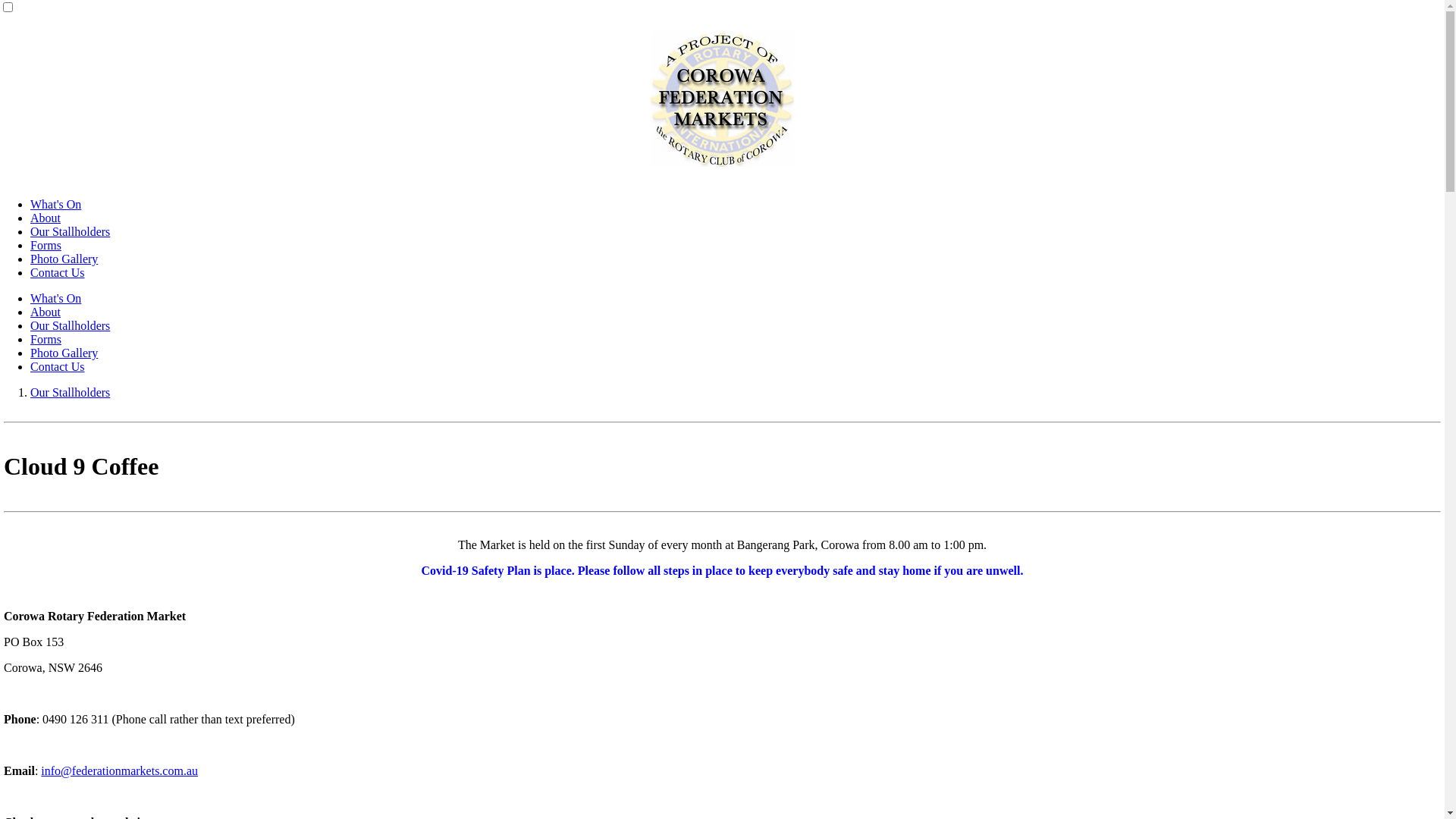 The width and height of the screenshot is (1456, 819). What do you see at coordinates (45, 338) in the screenshot?
I see `'Forms'` at bounding box center [45, 338].